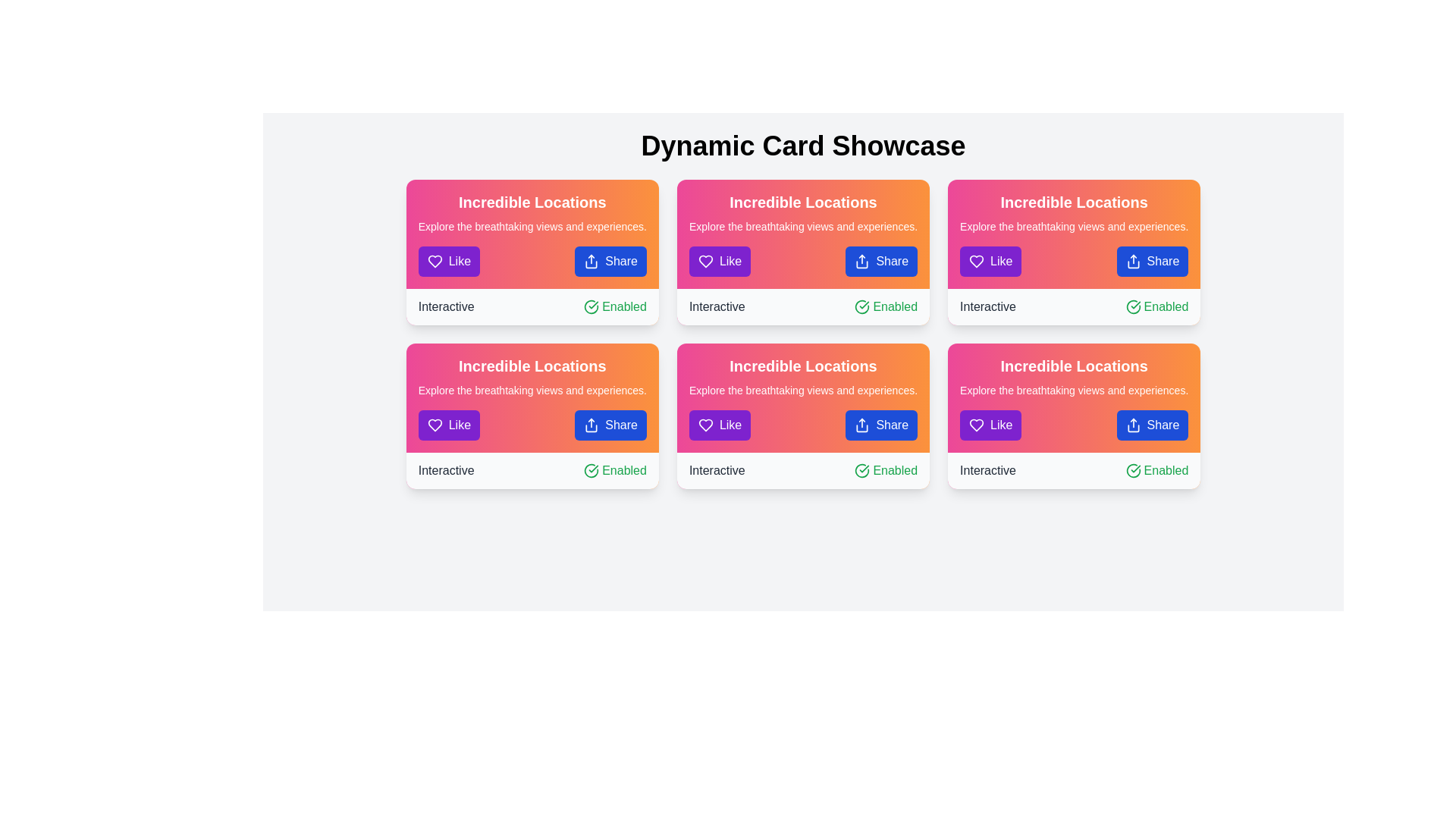  Describe the element at coordinates (987, 470) in the screenshot. I see `the 'Interactive' Text Label located in the lower section of the last card in the second row of the card grid, which provides static, informative text to the user` at that location.